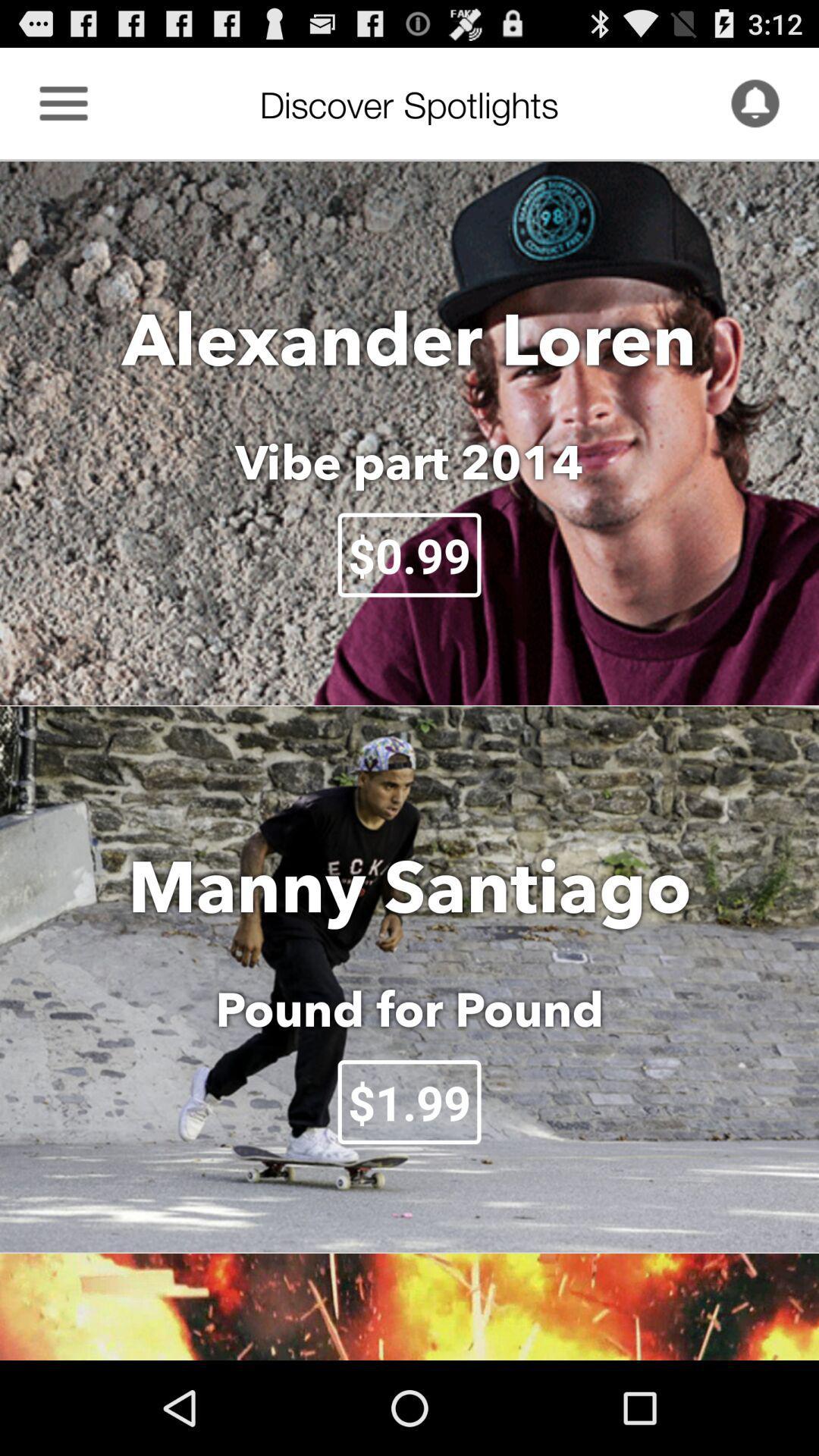 Image resolution: width=819 pixels, height=1456 pixels. What do you see at coordinates (755, 102) in the screenshot?
I see `icon to the right of discover spotlights item` at bounding box center [755, 102].